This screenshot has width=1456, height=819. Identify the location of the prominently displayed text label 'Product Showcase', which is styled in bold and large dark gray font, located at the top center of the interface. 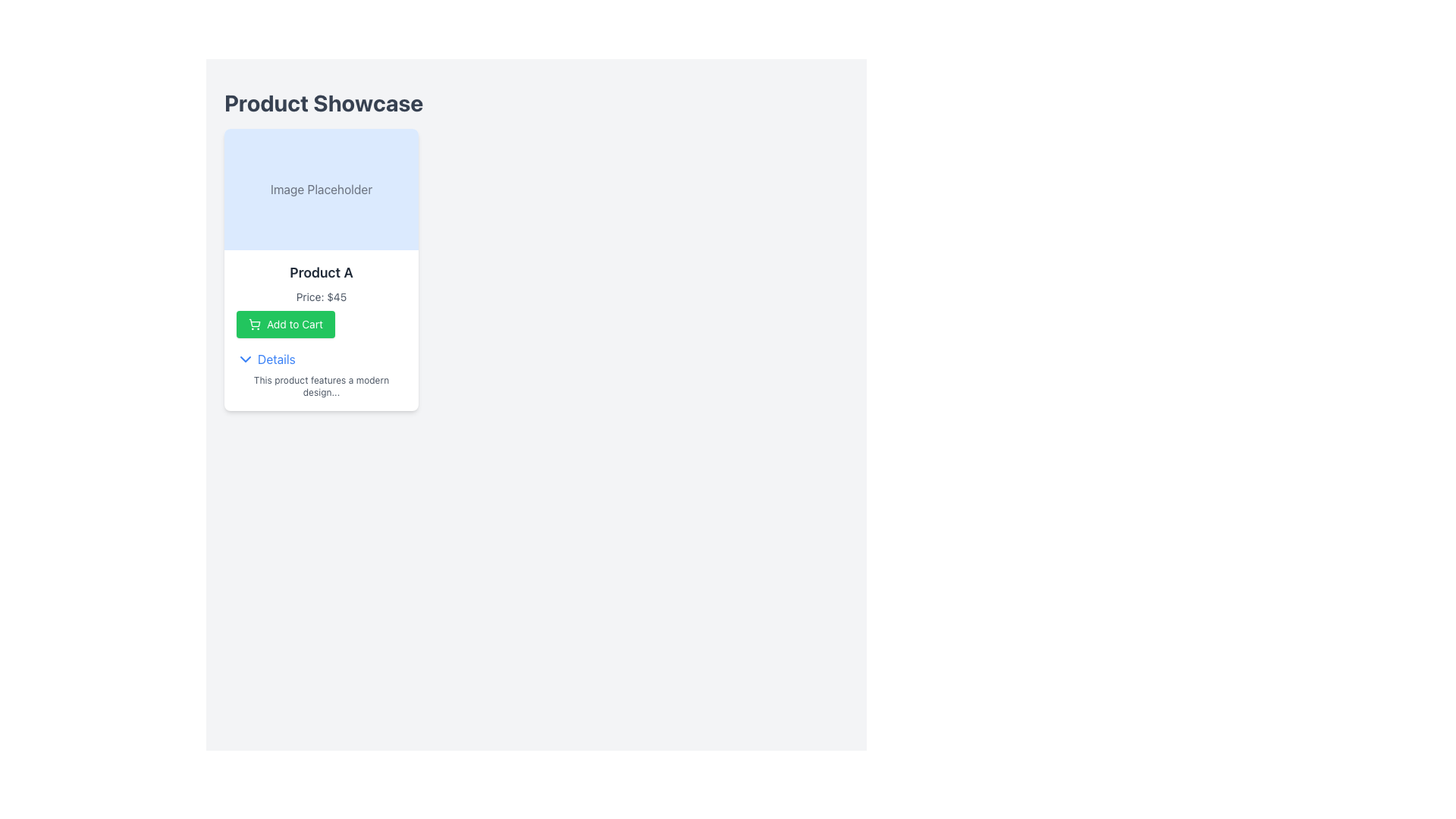
(323, 102).